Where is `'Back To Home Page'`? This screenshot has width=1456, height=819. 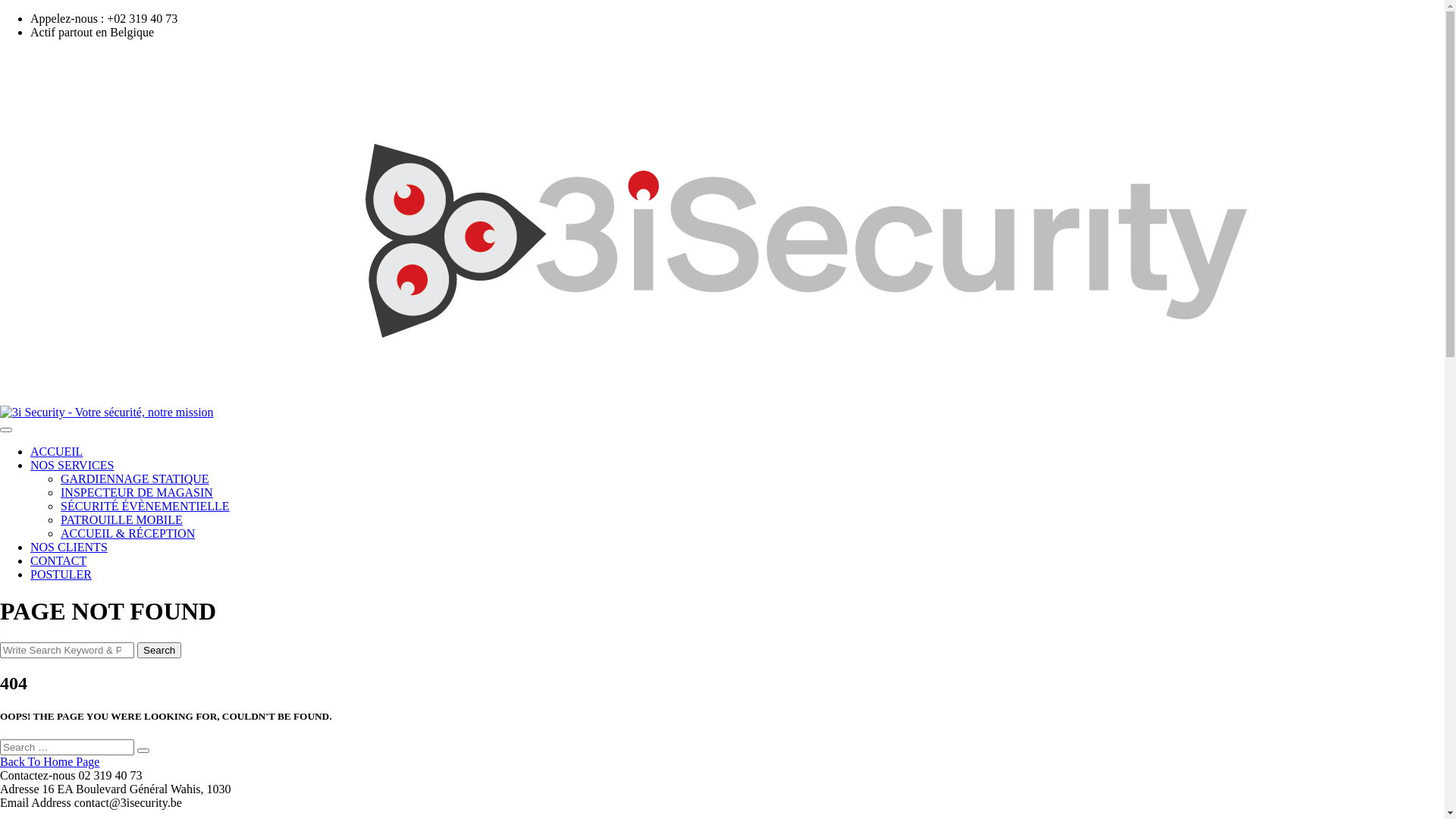
'Back To Home Page' is located at coordinates (49, 761).